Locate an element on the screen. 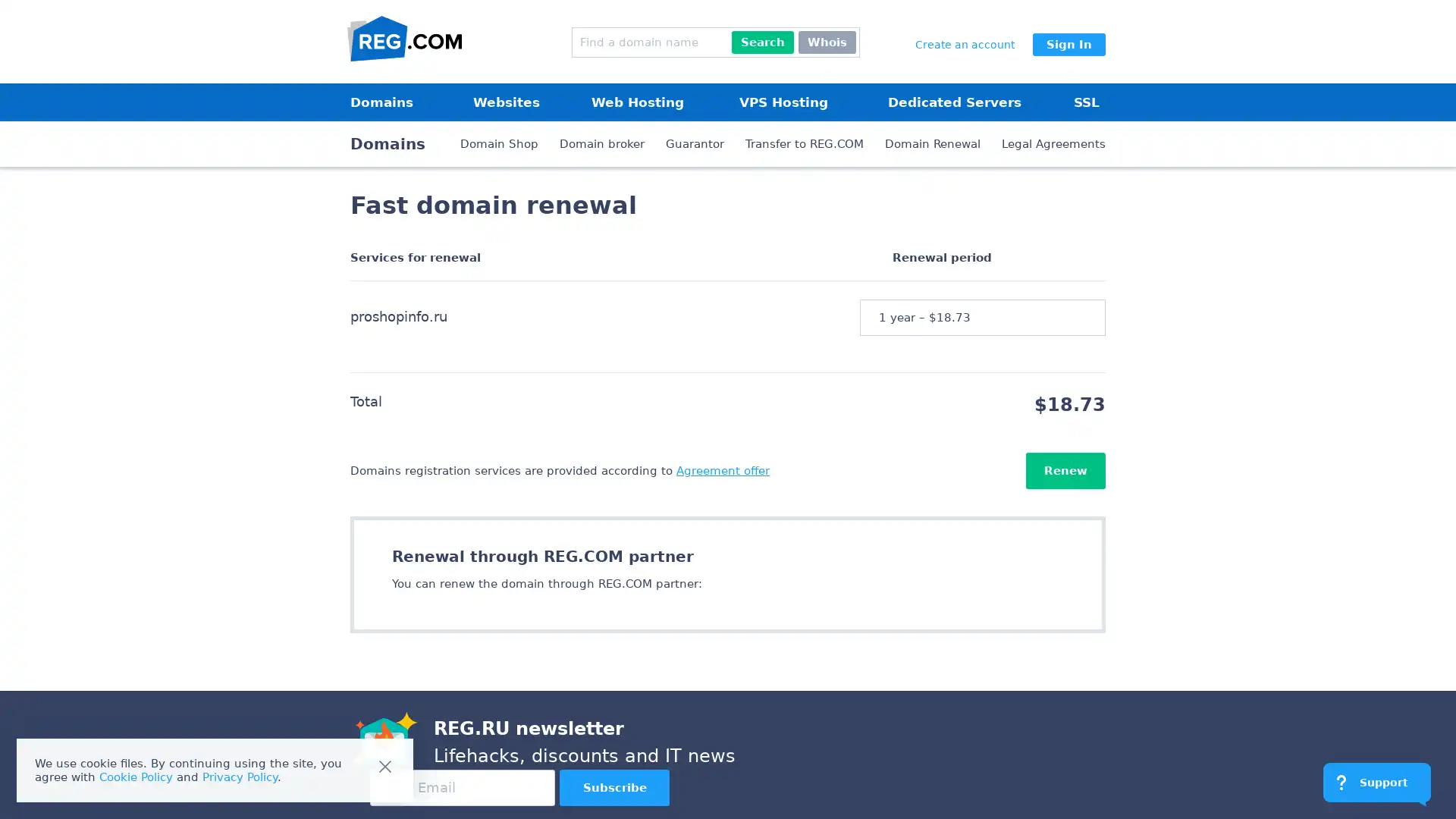 The width and height of the screenshot is (1456, 819). Search is located at coordinates (763, 42).